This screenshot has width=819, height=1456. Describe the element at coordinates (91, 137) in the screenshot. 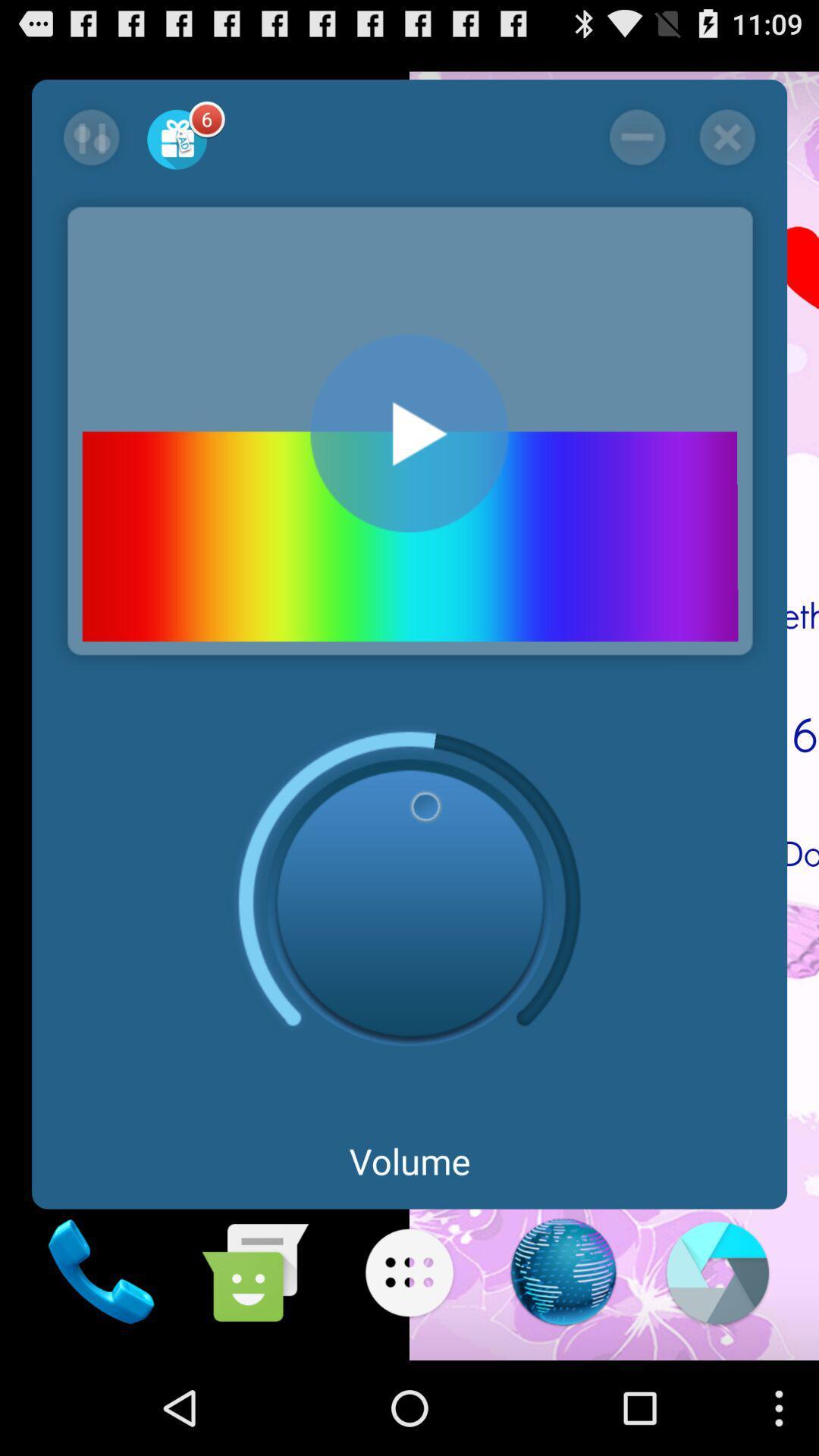

I see `swap selection` at that location.